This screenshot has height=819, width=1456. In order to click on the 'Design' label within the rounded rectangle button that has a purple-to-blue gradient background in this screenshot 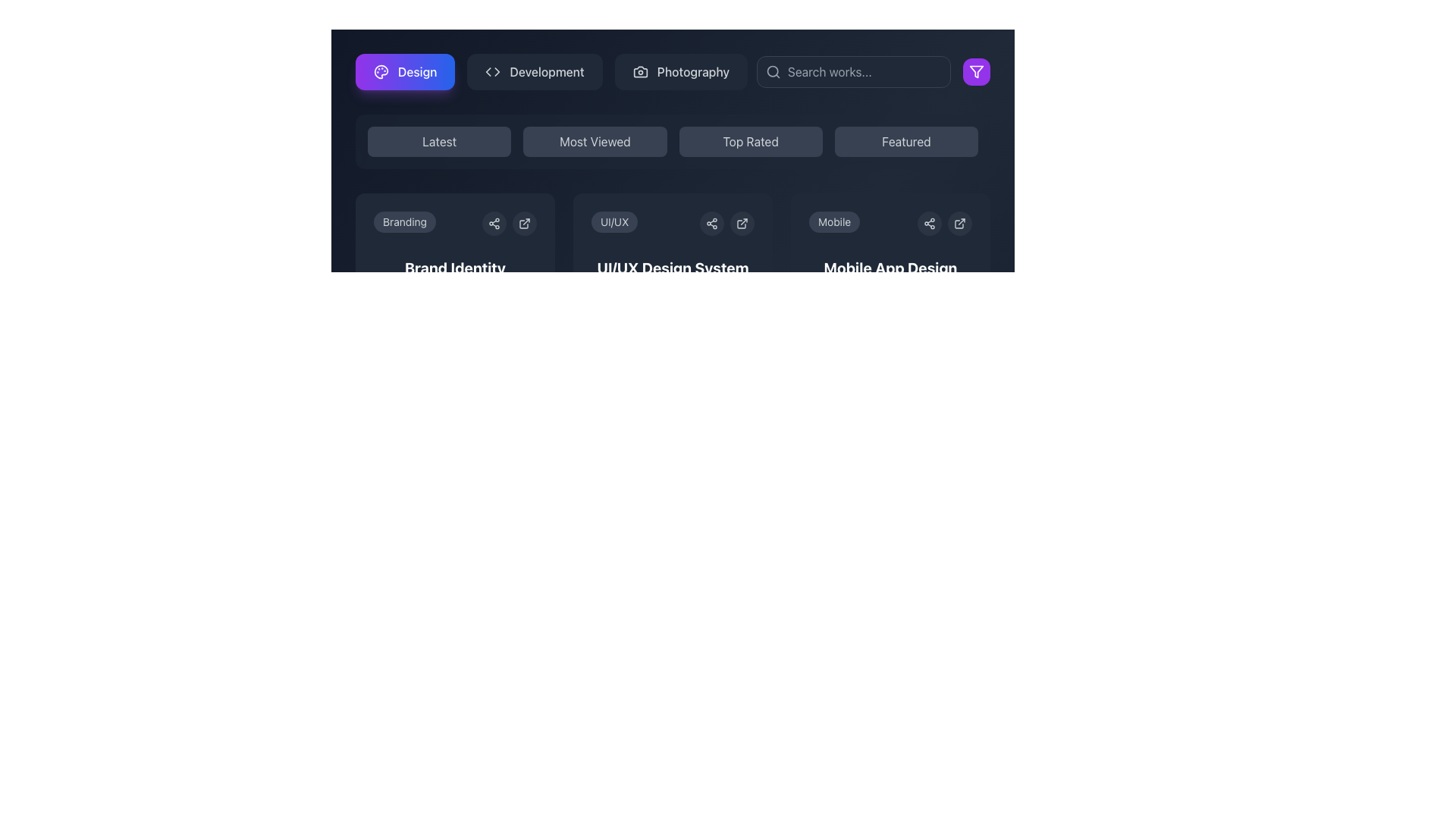, I will do `click(417, 72)`.